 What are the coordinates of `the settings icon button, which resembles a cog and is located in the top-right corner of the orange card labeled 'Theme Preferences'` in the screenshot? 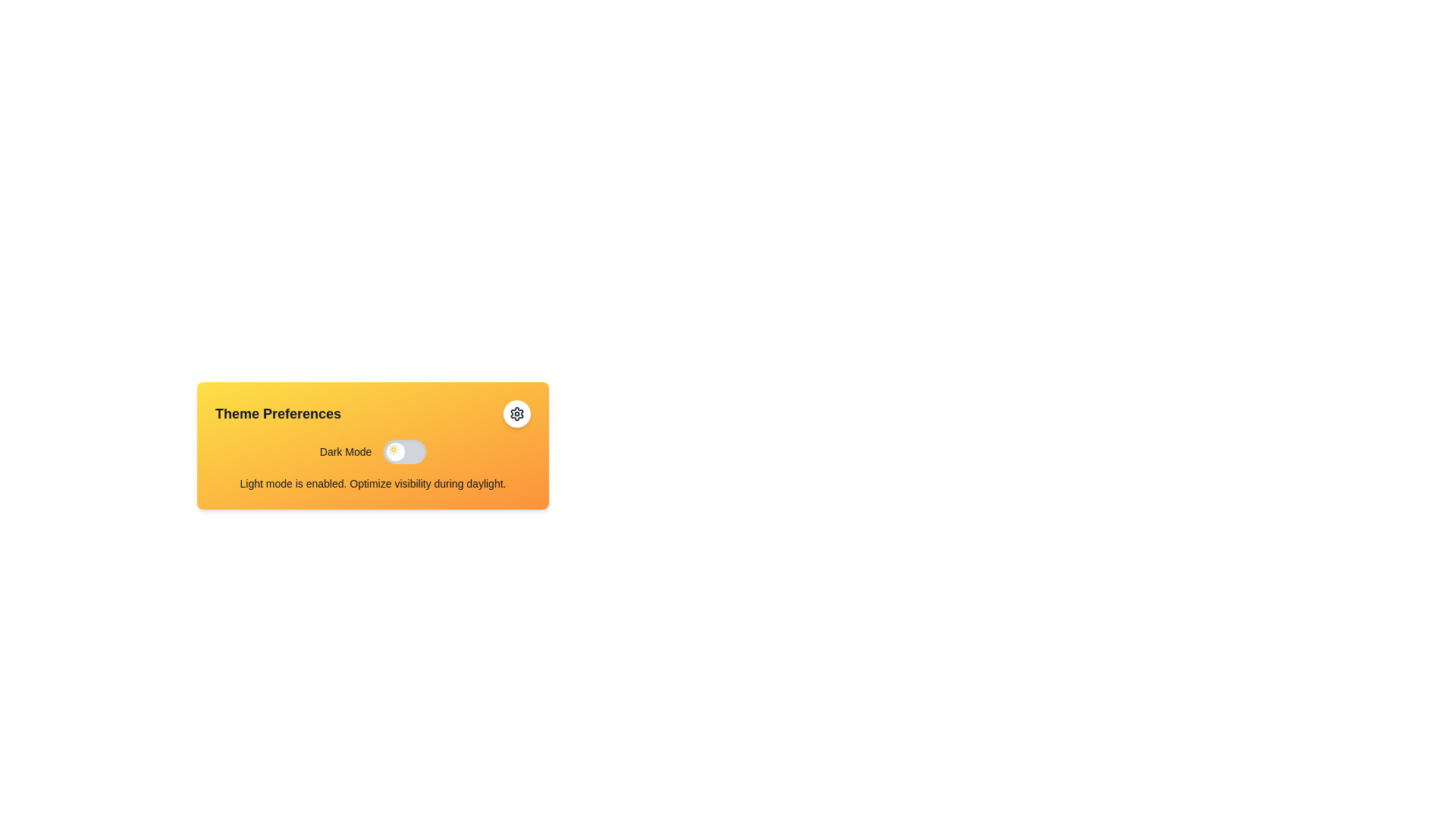 It's located at (516, 414).